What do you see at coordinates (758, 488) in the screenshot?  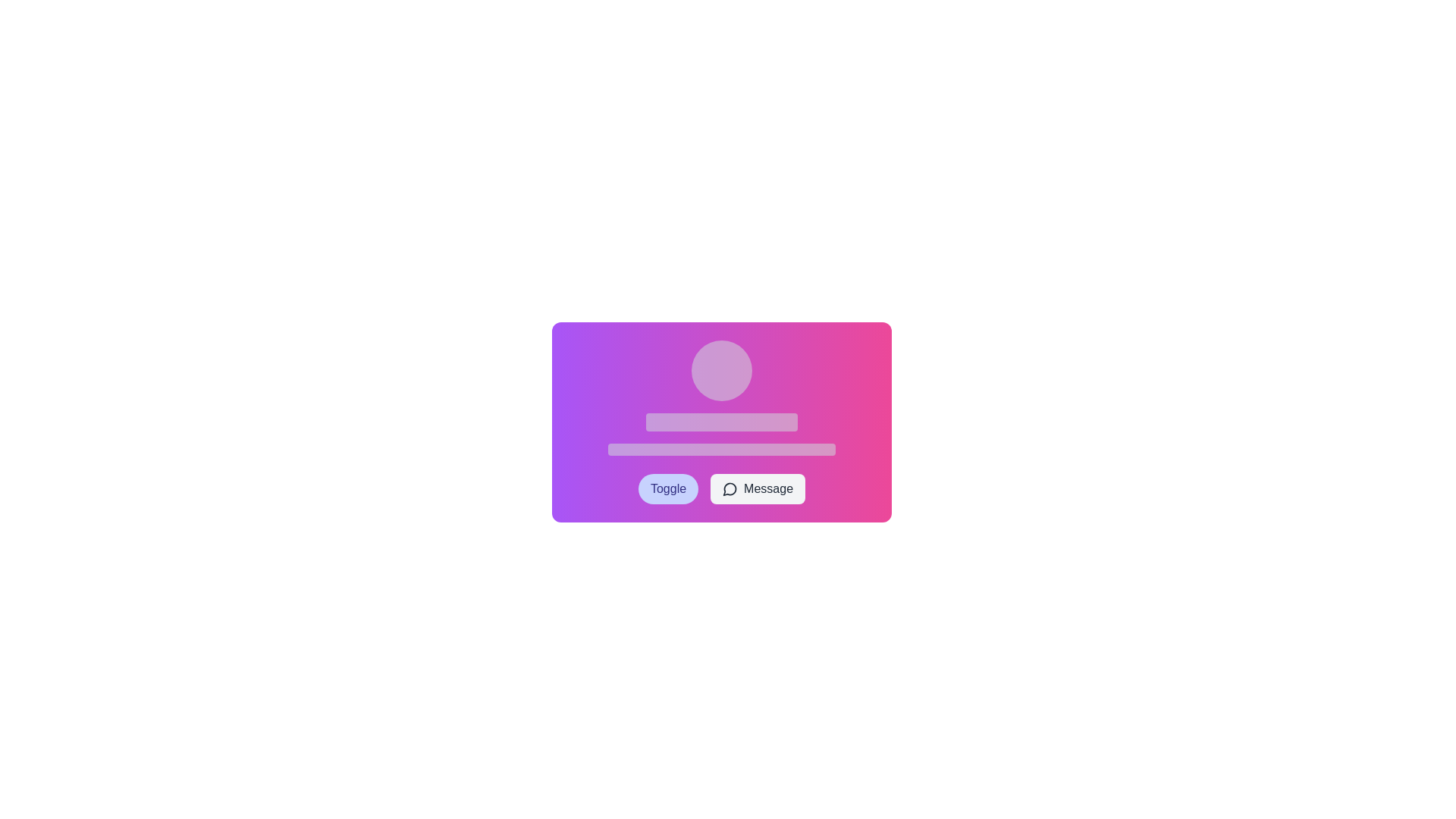 I see `the 'Message' button, which features a rounded rectangular shape with a light gray background and a speech bubble icon` at bounding box center [758, 488].